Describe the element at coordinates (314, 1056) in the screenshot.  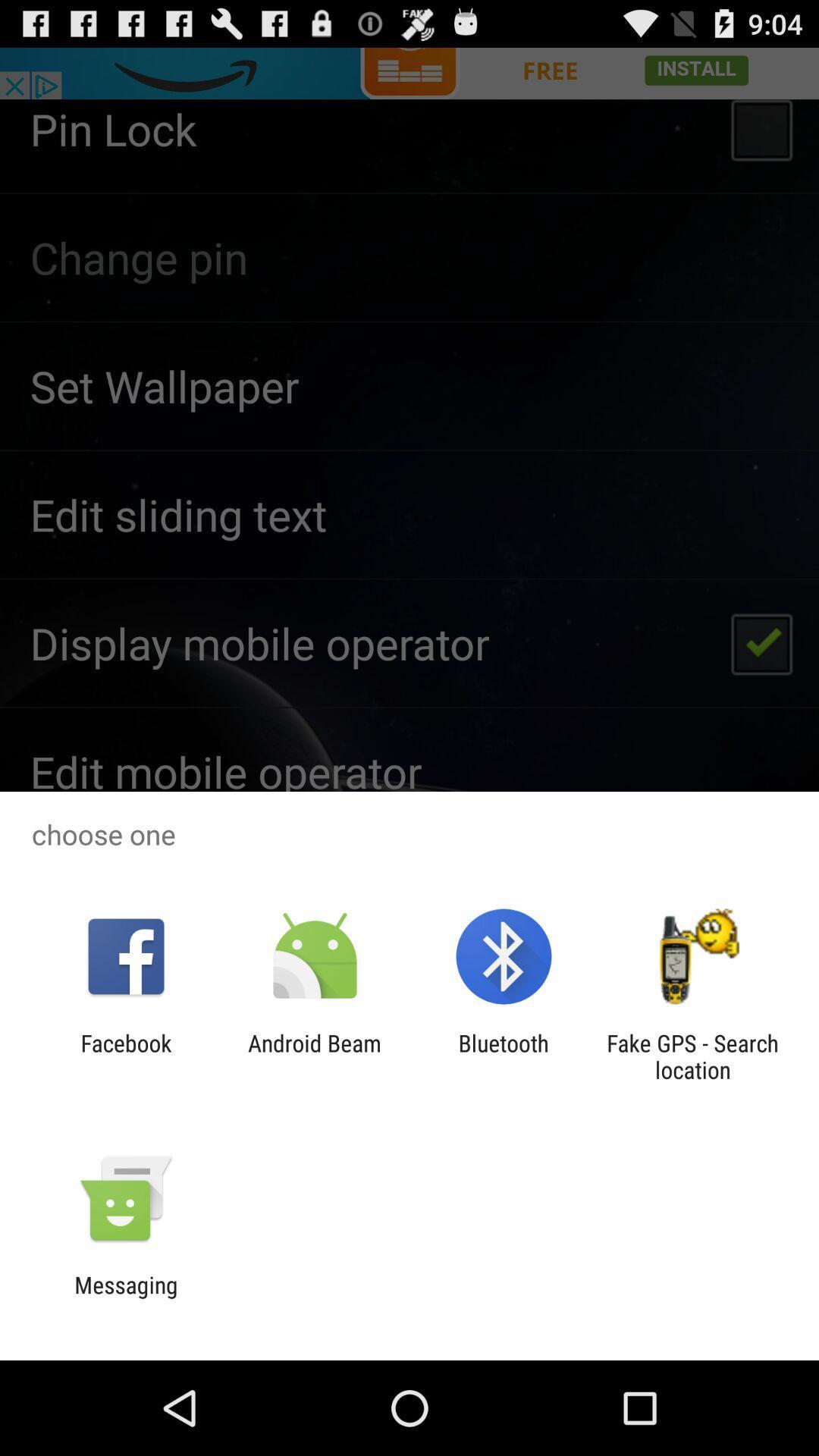
I see `android beam icon` at that location.